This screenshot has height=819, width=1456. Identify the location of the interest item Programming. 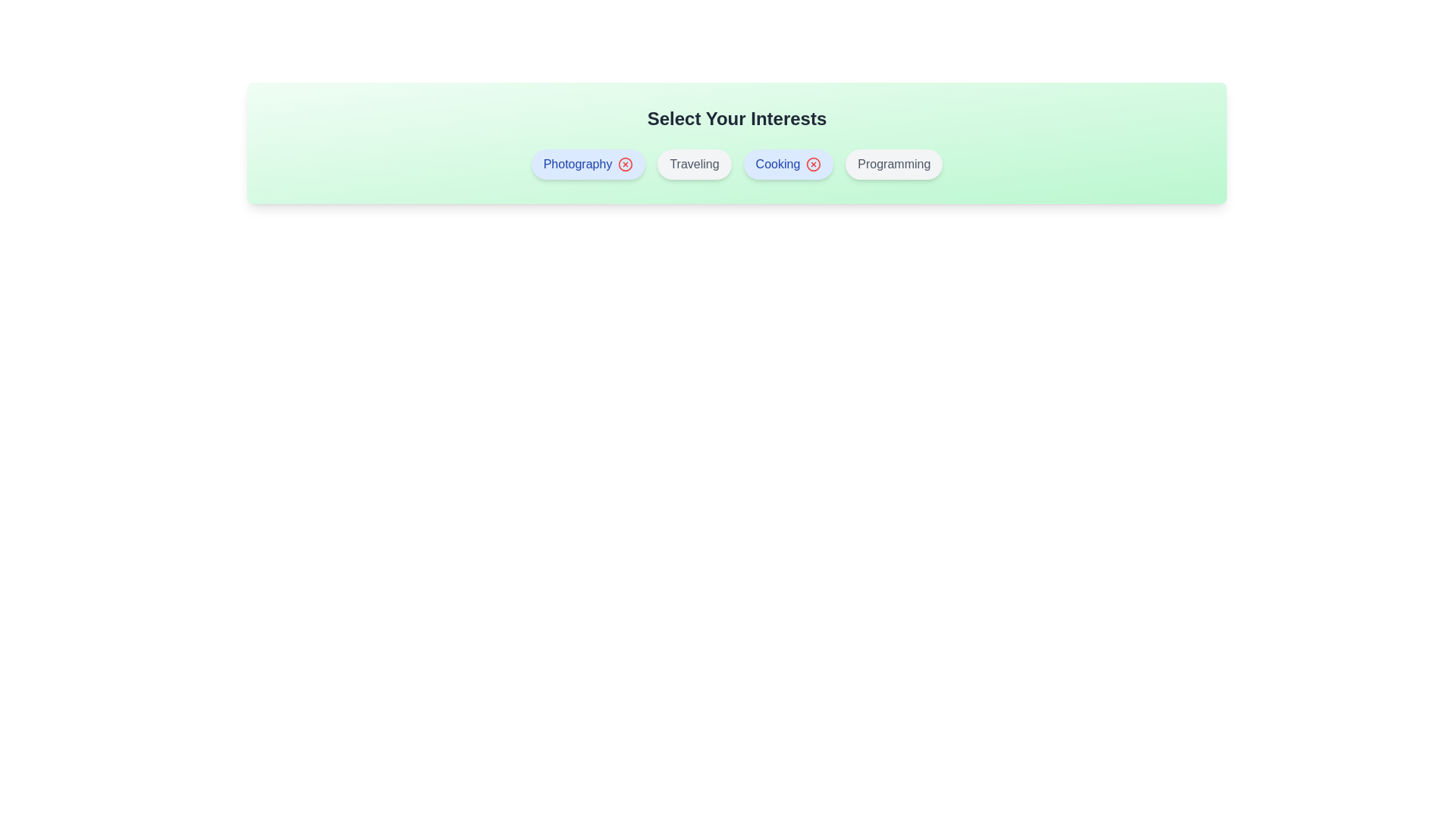
(894, 164).